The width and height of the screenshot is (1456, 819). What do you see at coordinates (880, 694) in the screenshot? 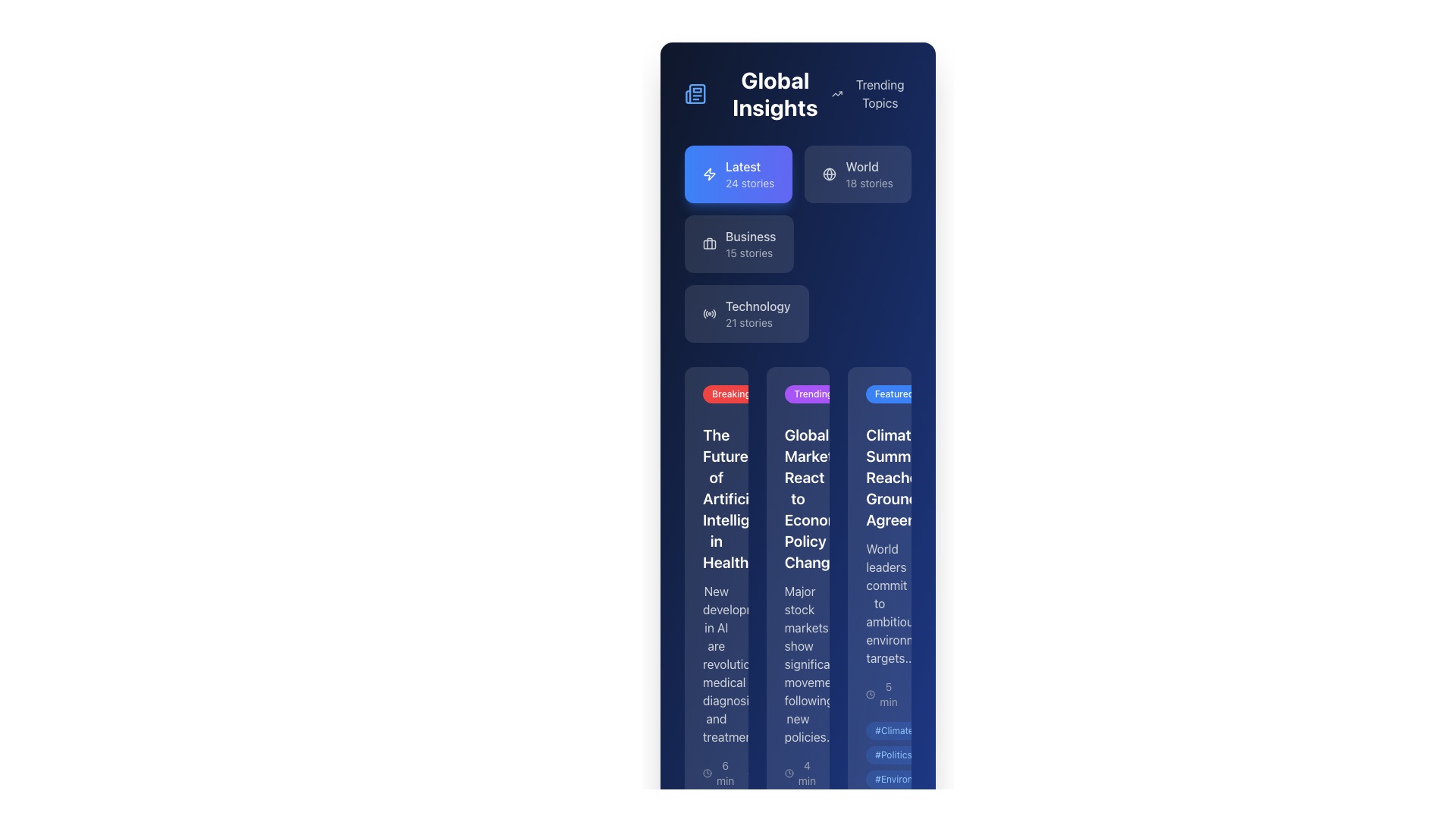
I see `the reading time icon located below the subtitle 'World leaders commit to ambitious environmental targets...' and above the hashtags '#Climate #Politics #Environment' in the 'Featured' section of the 'Global Insights' interface` at bounding box center [880, 694].